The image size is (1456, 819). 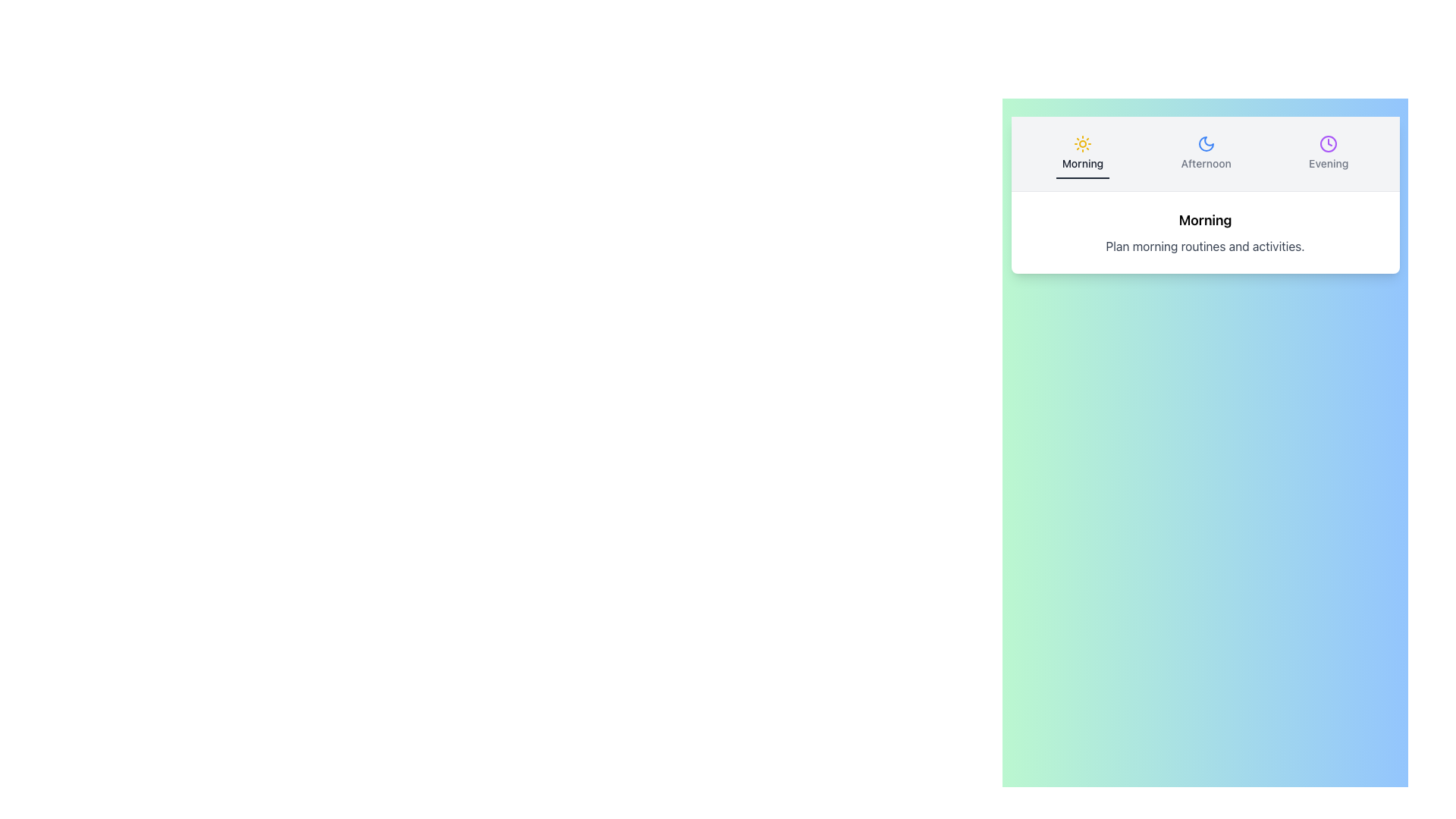 I want to click on the blue circular icon with a crescent moon shape in the center, located in the 'Afternoon' section of the interface, so click(x=1205, y=143).